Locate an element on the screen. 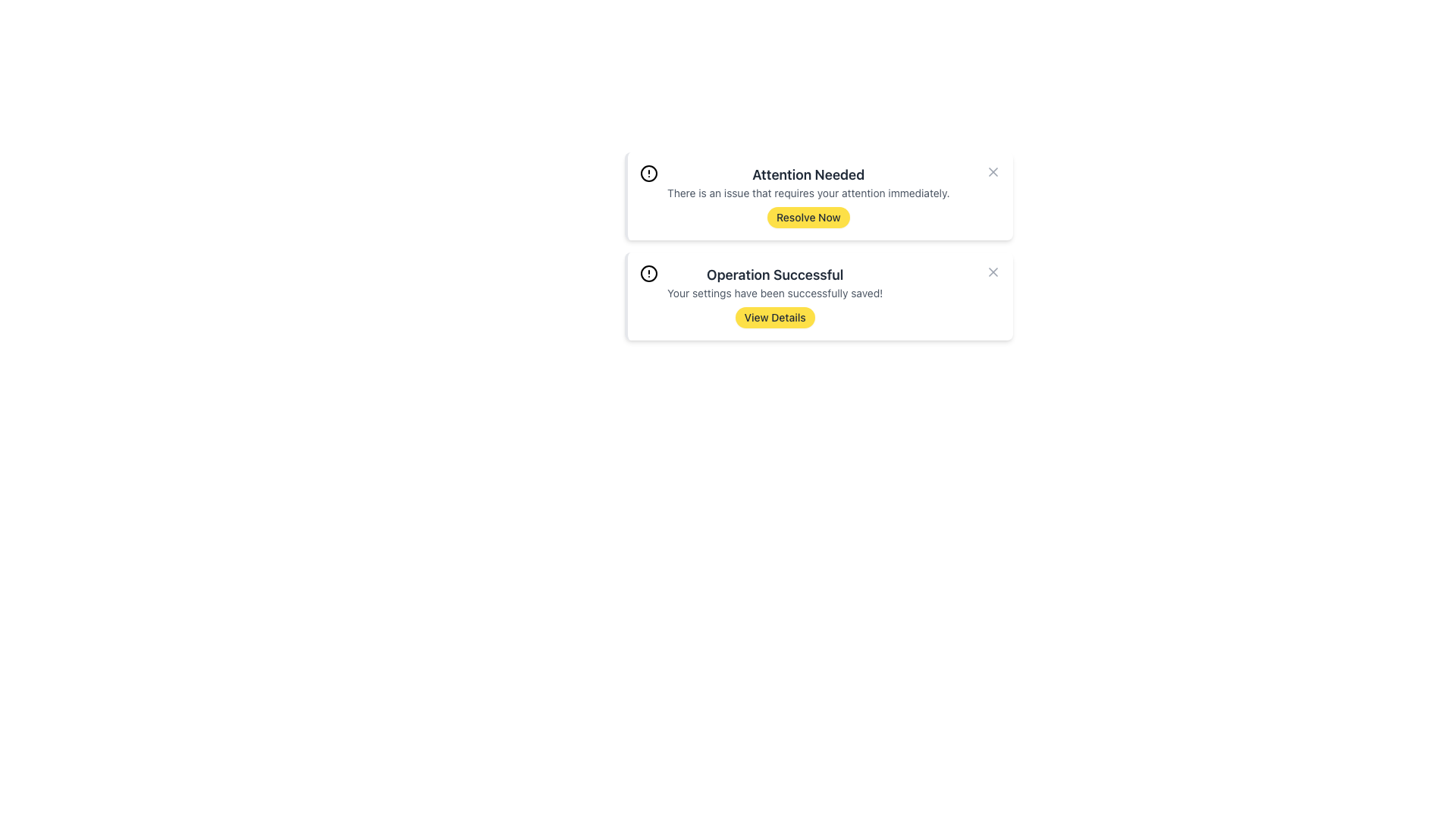 This screenshot has width=1456, height=819. the SVG Circle Element, which is a black outlined circle located to the left of the 'Operation Successful' message in the lower notification box, as part of a larger interaction is located at coordinates (648, 274).